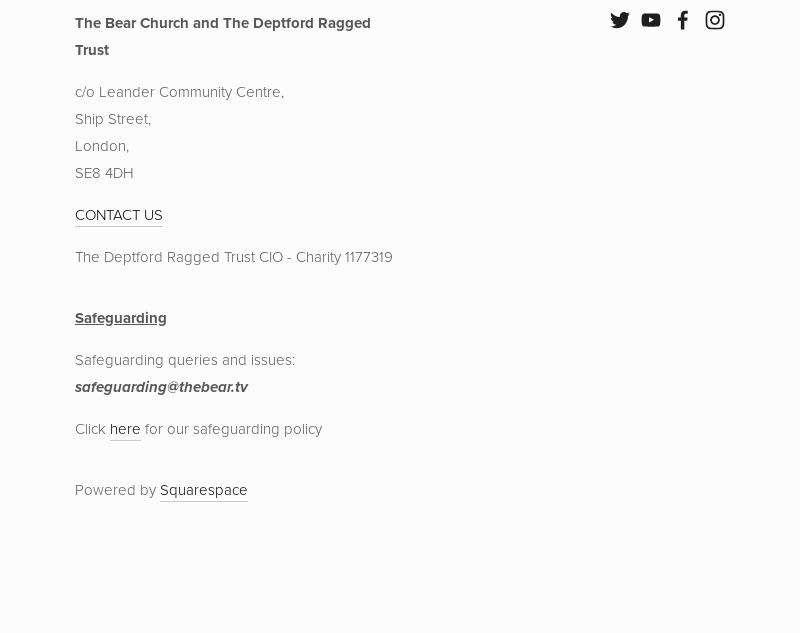 The width and height of the screenshot is (800, 633). What do you see at coordinates (161, 386) in the screenshot?
I see `'safeguarding@thebear.tv'` at bounding box center [161, 386].